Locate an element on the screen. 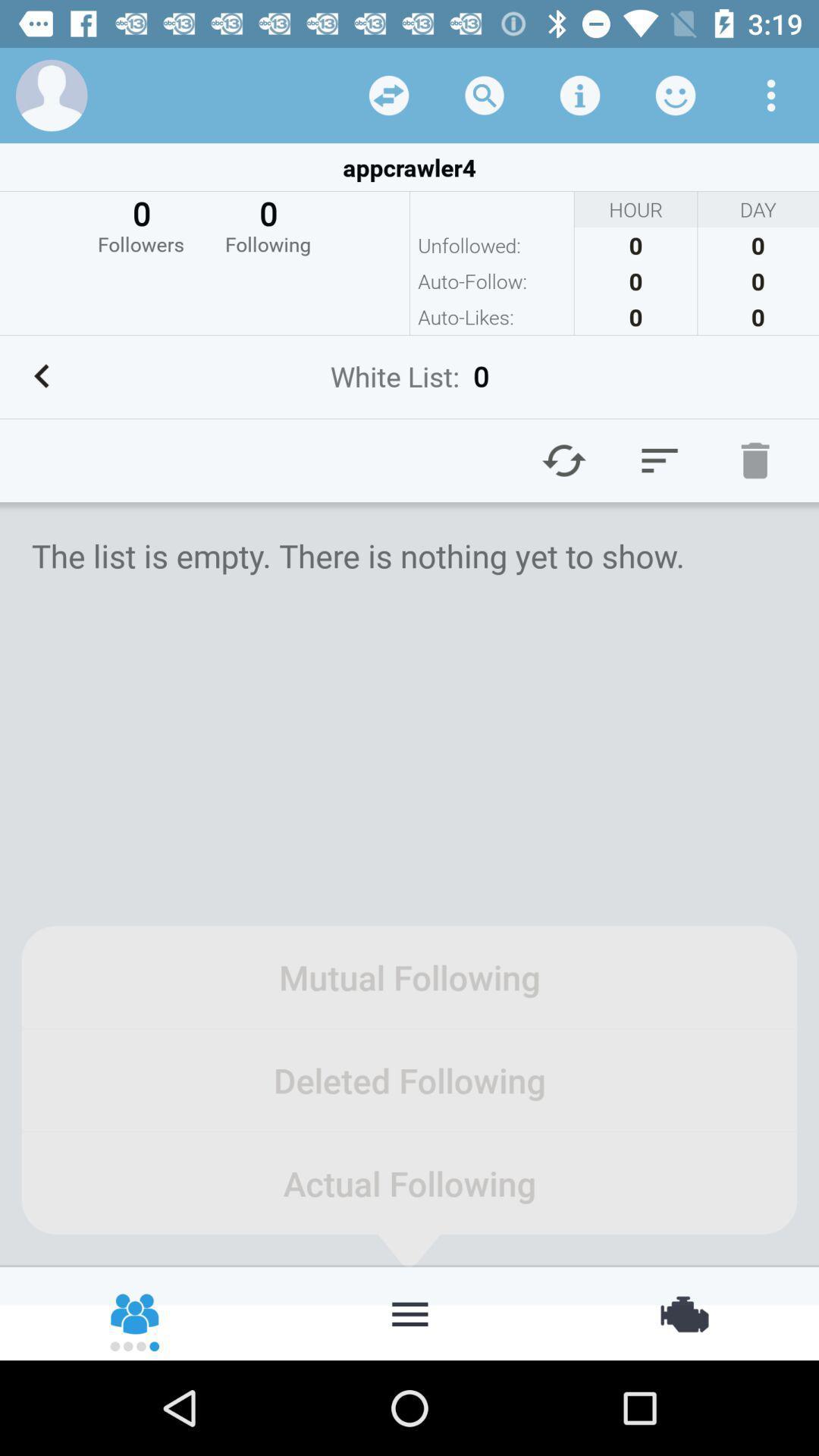  refresh is located at coordinates (564, 460).